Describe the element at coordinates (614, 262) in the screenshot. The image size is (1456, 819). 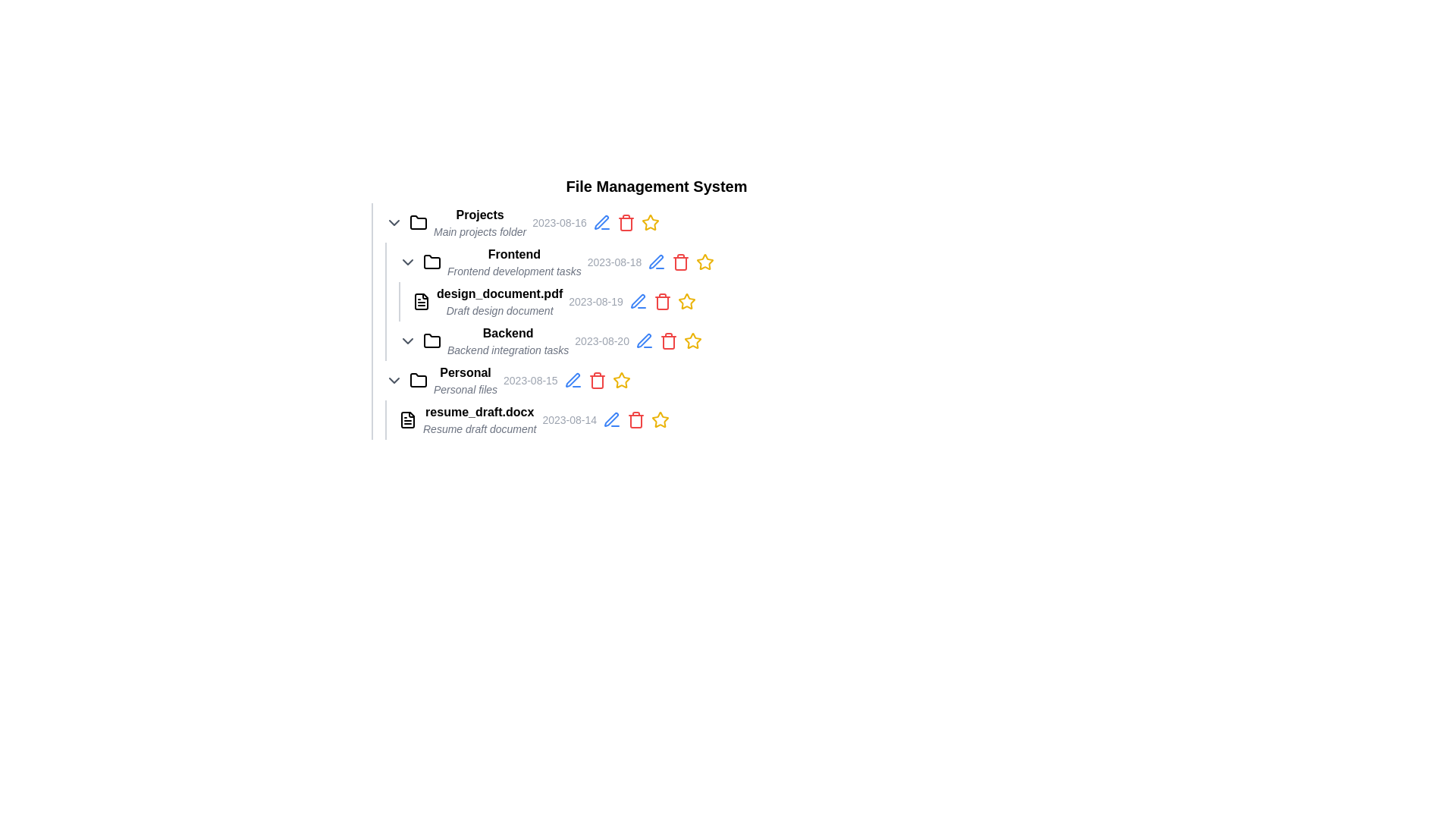
I see `the metadata text label displaying the date '2023-08-18' associated with the 'Frontend' entry in the hierarchical file management system interface` at that location.